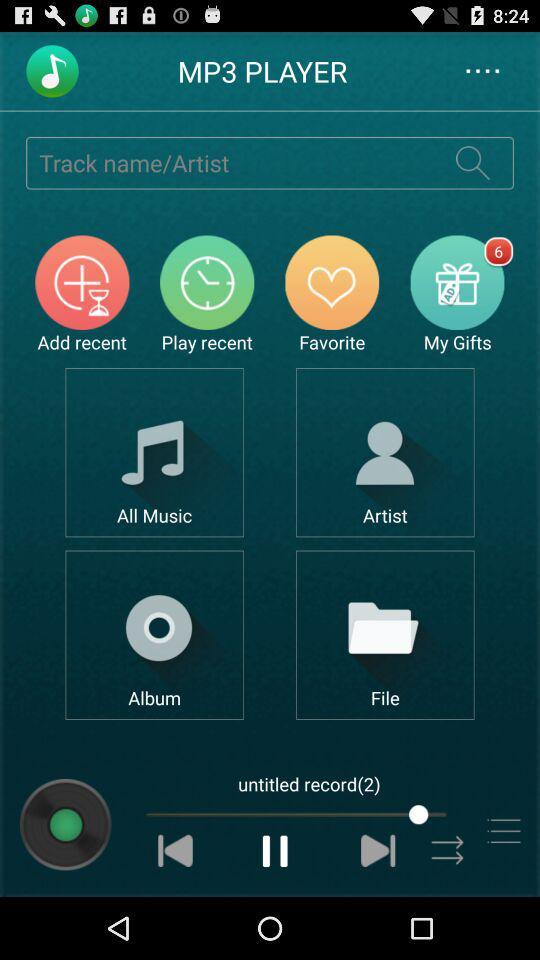  Describe the element at coordinates (385, 452) in the screenshot. I see `open artist` at that location.